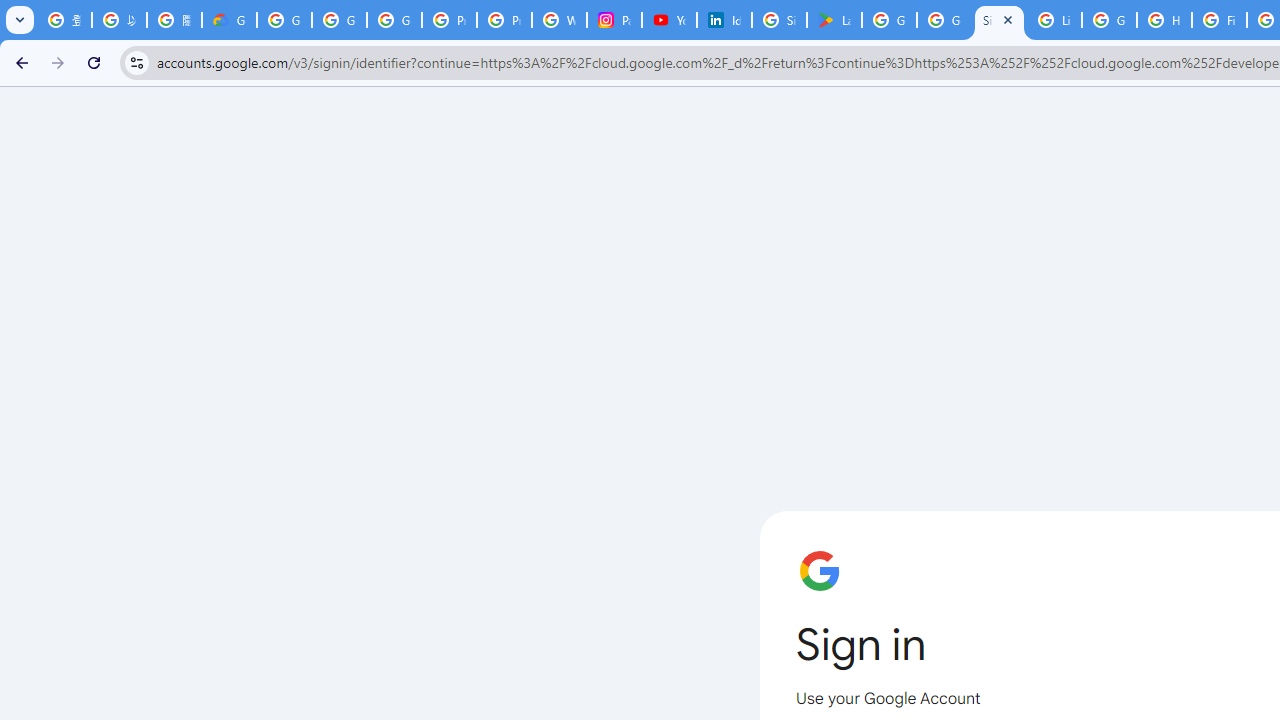 Image resolution: width=1280 pixels, height=720 pixels. I want to click on 'How do I create a new Google Account? - Google Account Help', so click(1164, 20).